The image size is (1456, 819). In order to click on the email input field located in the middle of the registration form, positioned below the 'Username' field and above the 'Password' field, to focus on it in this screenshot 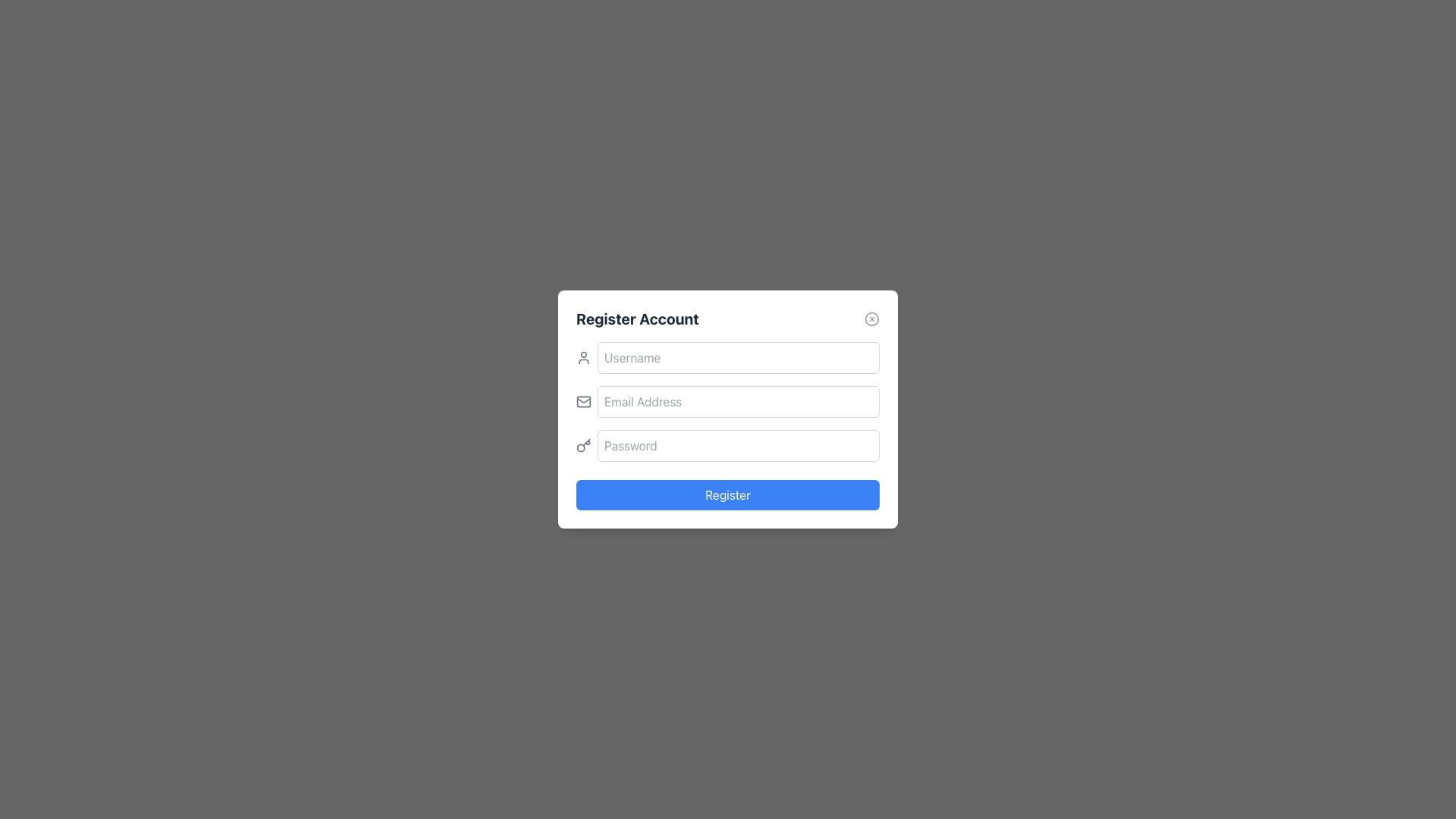, I will do `click(728, 400)`.